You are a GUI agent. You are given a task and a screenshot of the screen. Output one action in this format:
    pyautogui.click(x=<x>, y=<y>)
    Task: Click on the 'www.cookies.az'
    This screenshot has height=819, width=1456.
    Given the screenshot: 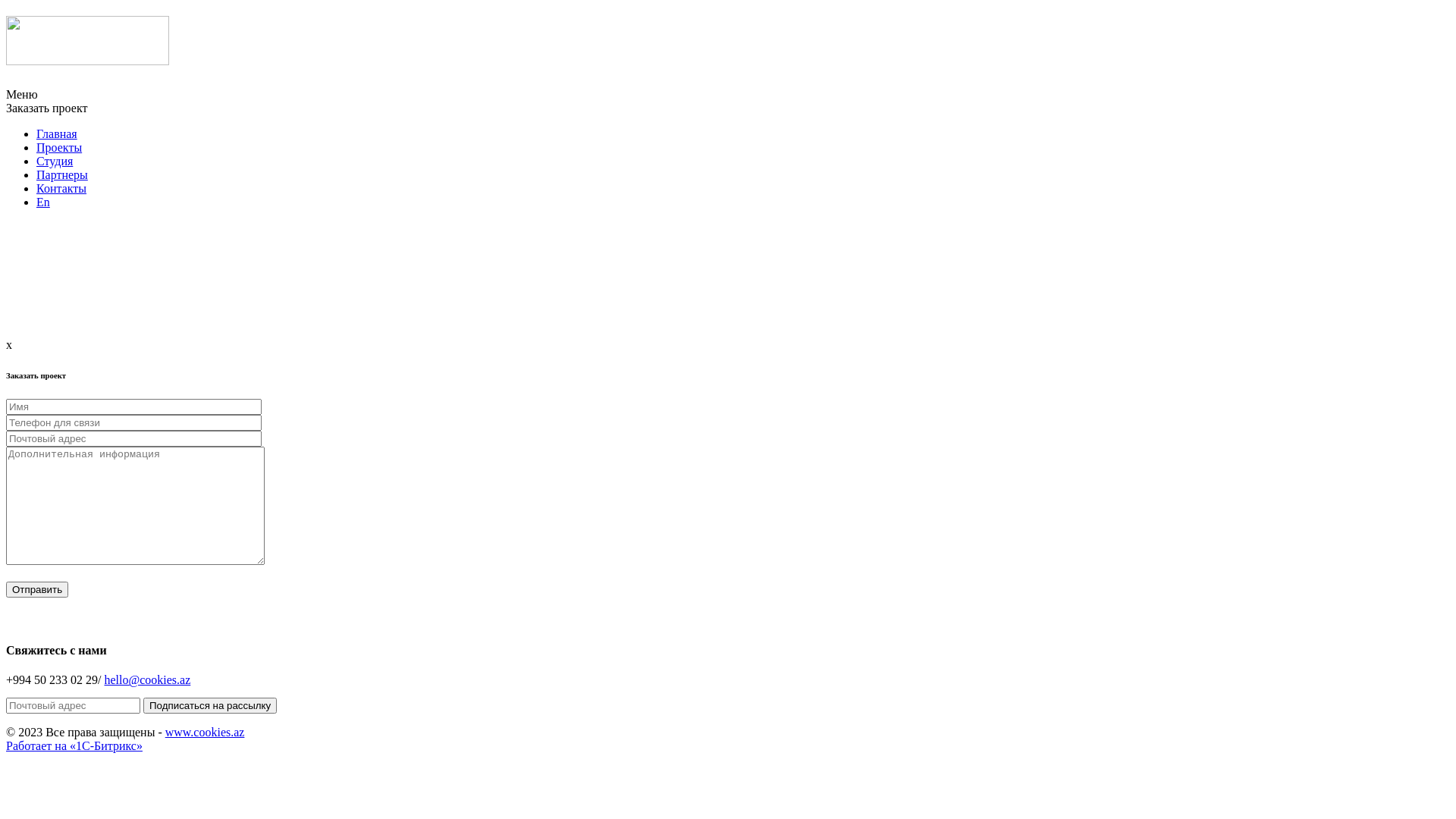 What is the action you would take?
    pyautogui.click(x=204, y=731)
    